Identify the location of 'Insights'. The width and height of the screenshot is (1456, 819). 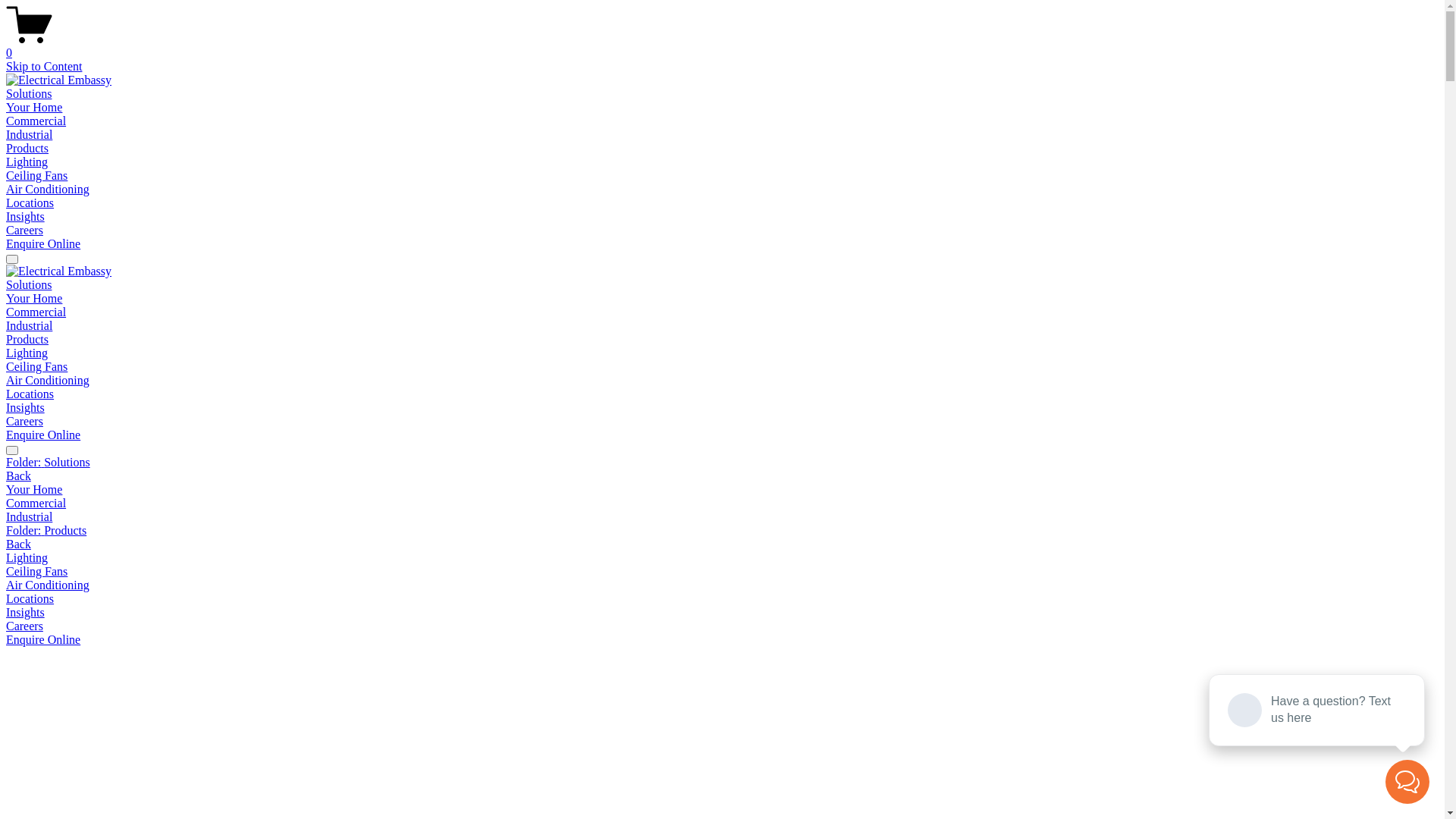
(25, 406).